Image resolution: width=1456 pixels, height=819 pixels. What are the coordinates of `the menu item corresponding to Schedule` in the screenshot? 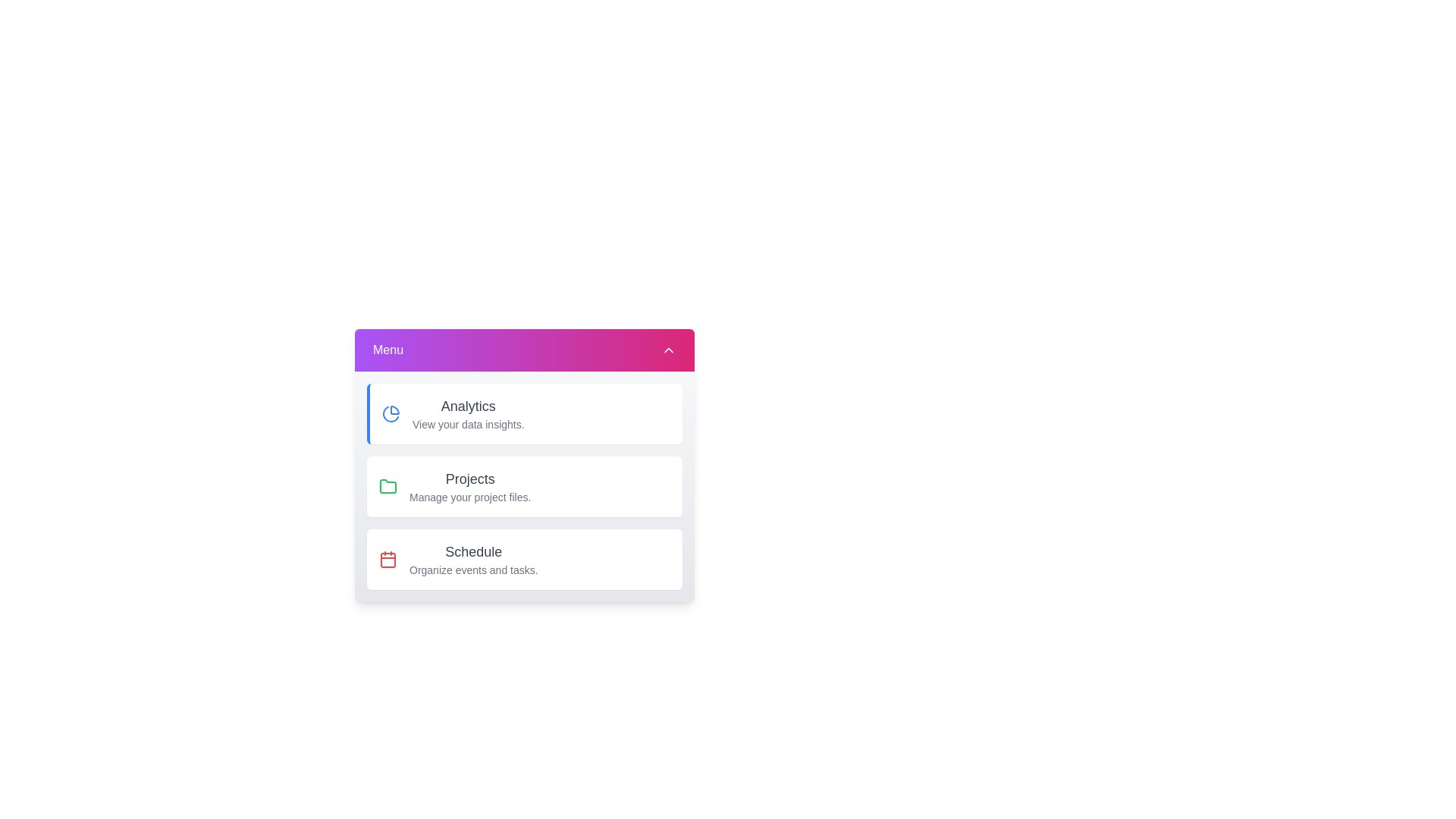 It's located at (524, 559).